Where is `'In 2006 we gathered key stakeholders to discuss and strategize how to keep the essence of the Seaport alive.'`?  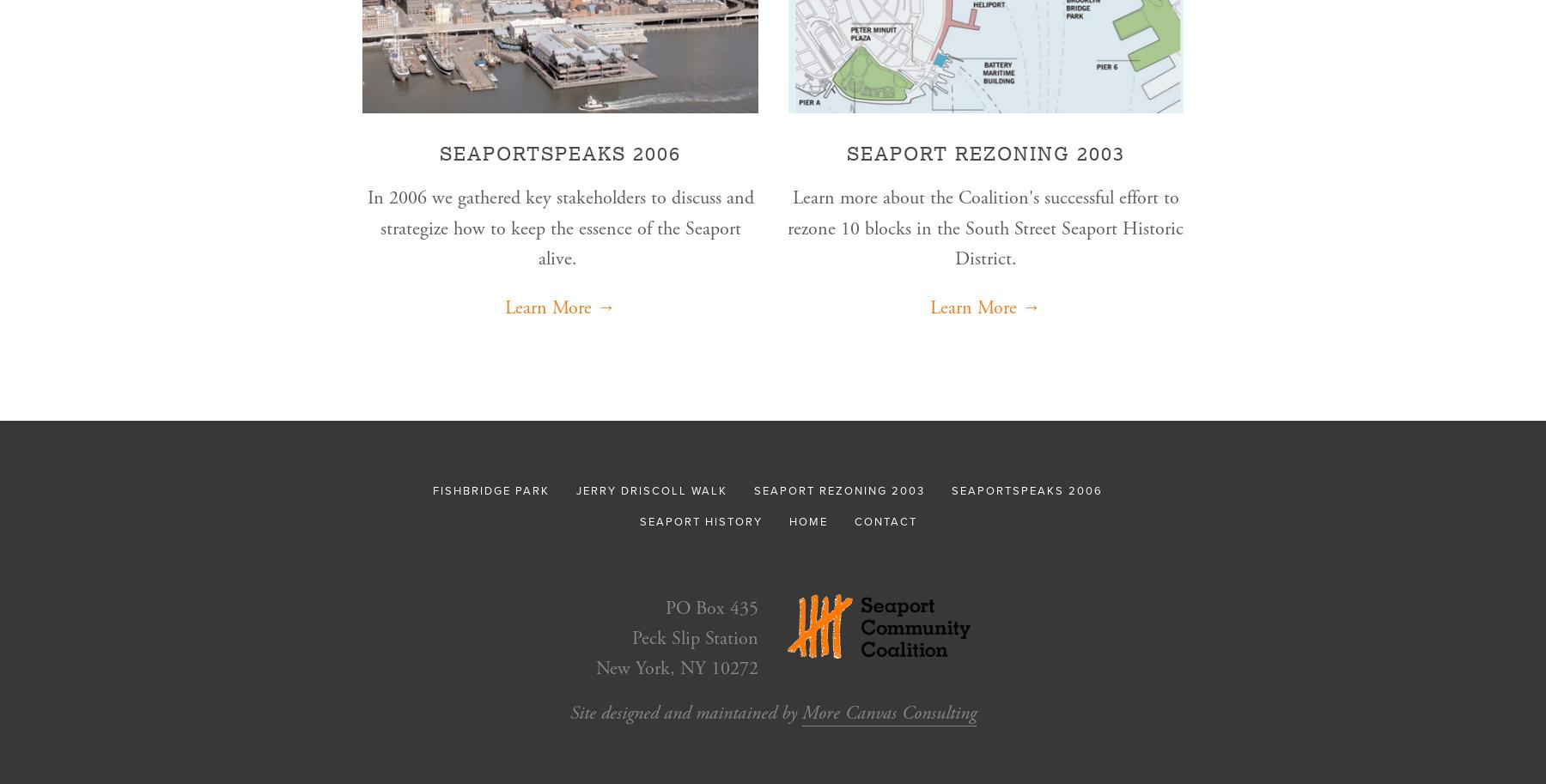 'In 2006 we gathered key stakeholders to discuss and strategize how to keep the essence of the Seaport alive.' is located at coordinates (559, 228).